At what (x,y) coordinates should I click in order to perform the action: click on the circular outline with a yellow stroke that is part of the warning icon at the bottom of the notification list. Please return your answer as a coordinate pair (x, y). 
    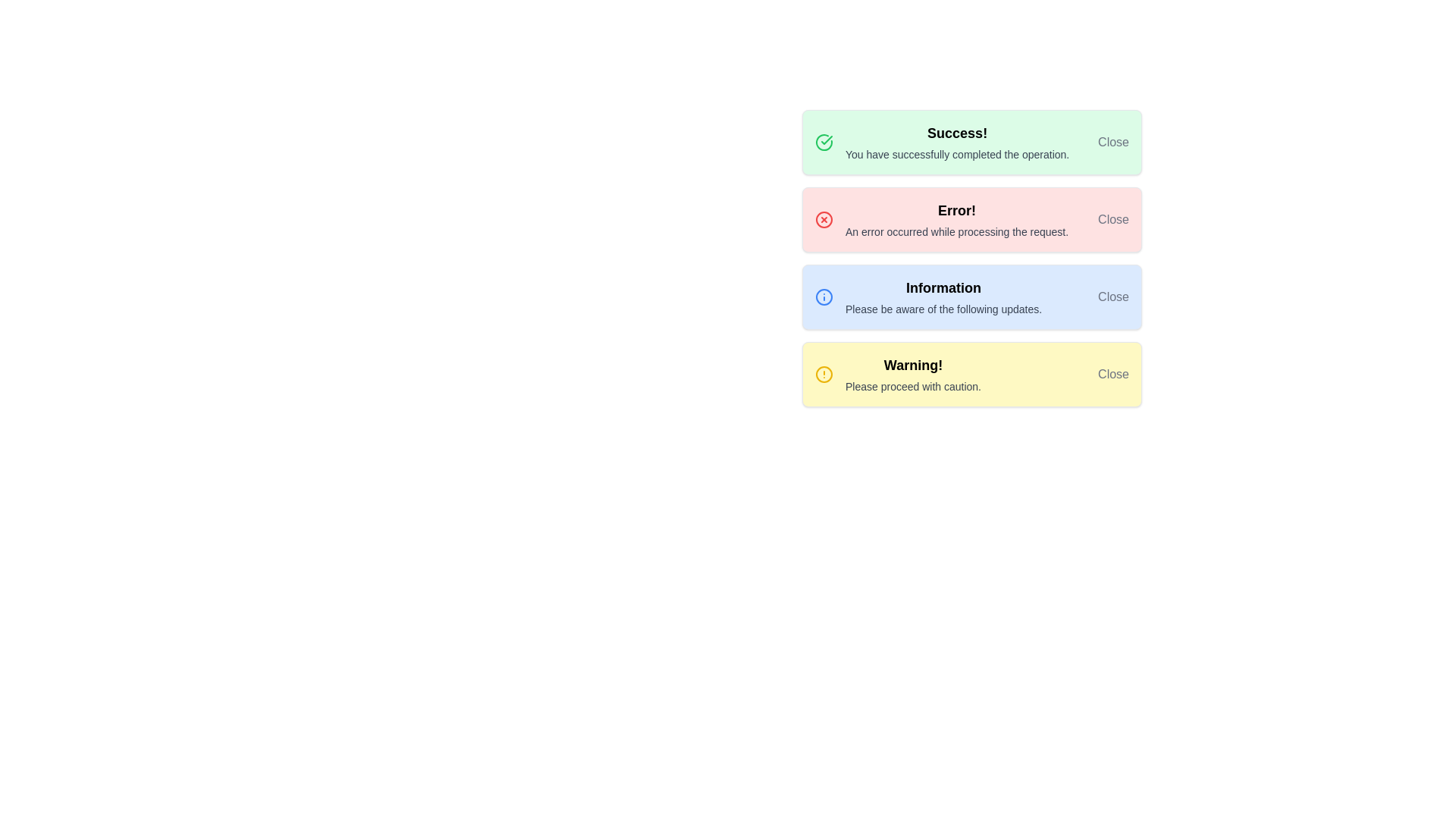
    Looking at the image, I should click on (823, 374).